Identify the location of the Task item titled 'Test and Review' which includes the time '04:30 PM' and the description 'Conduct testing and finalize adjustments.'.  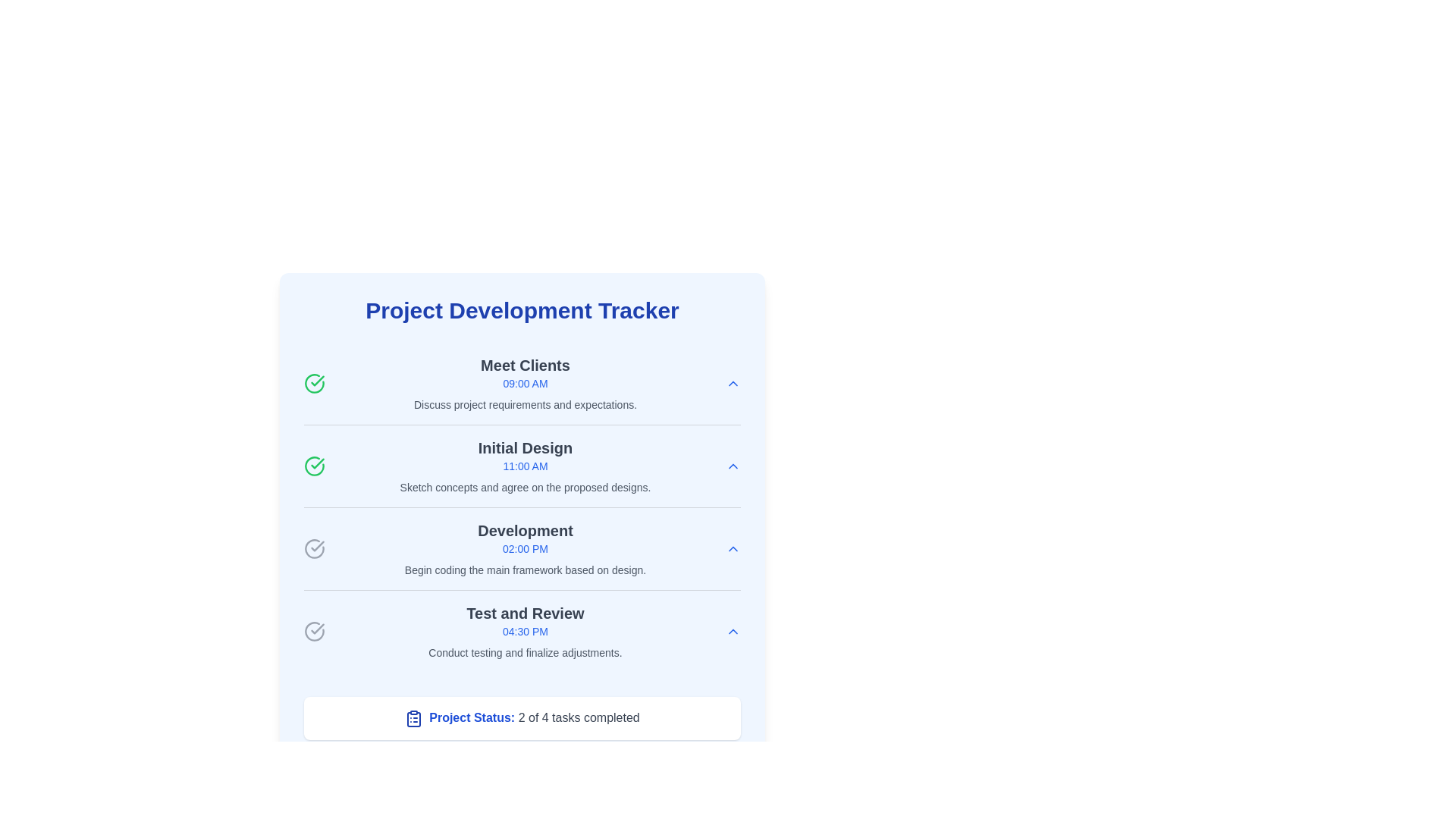
(525, 632).